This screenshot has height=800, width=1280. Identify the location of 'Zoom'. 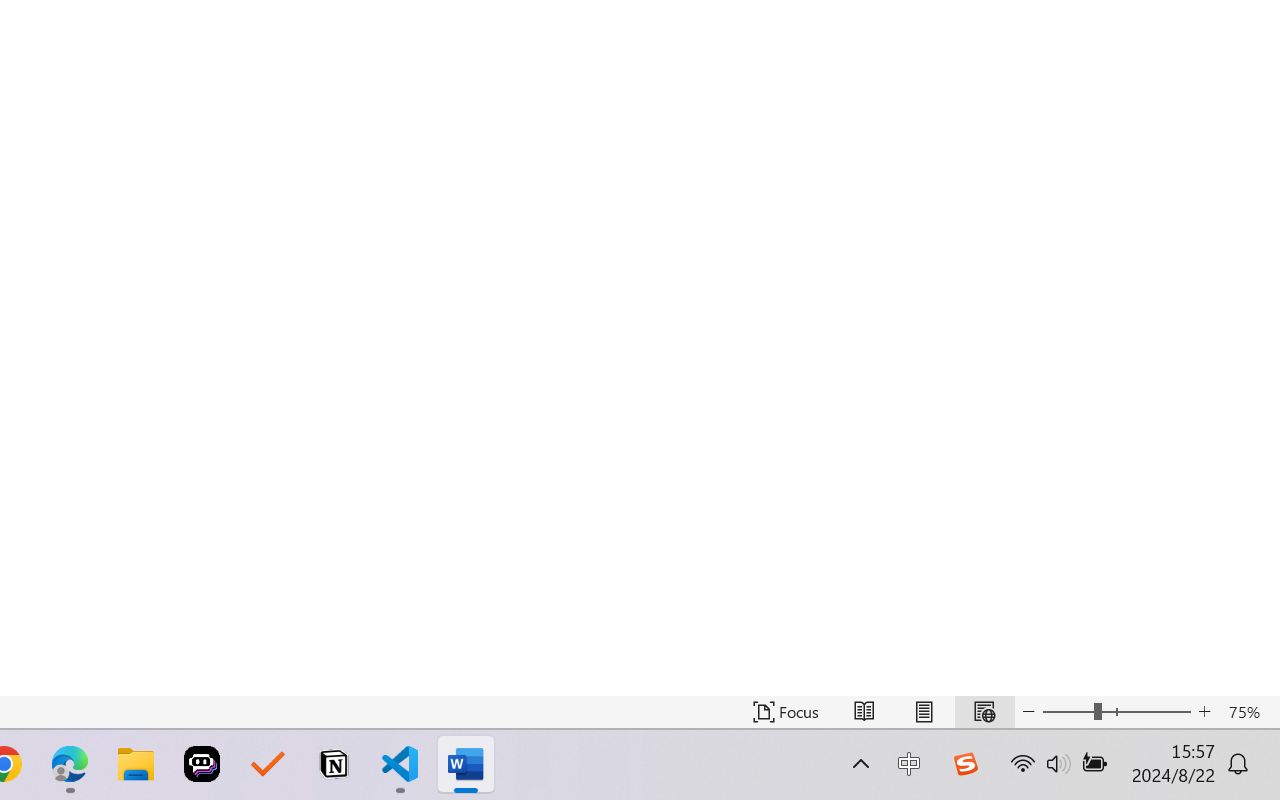
(1115, 711).